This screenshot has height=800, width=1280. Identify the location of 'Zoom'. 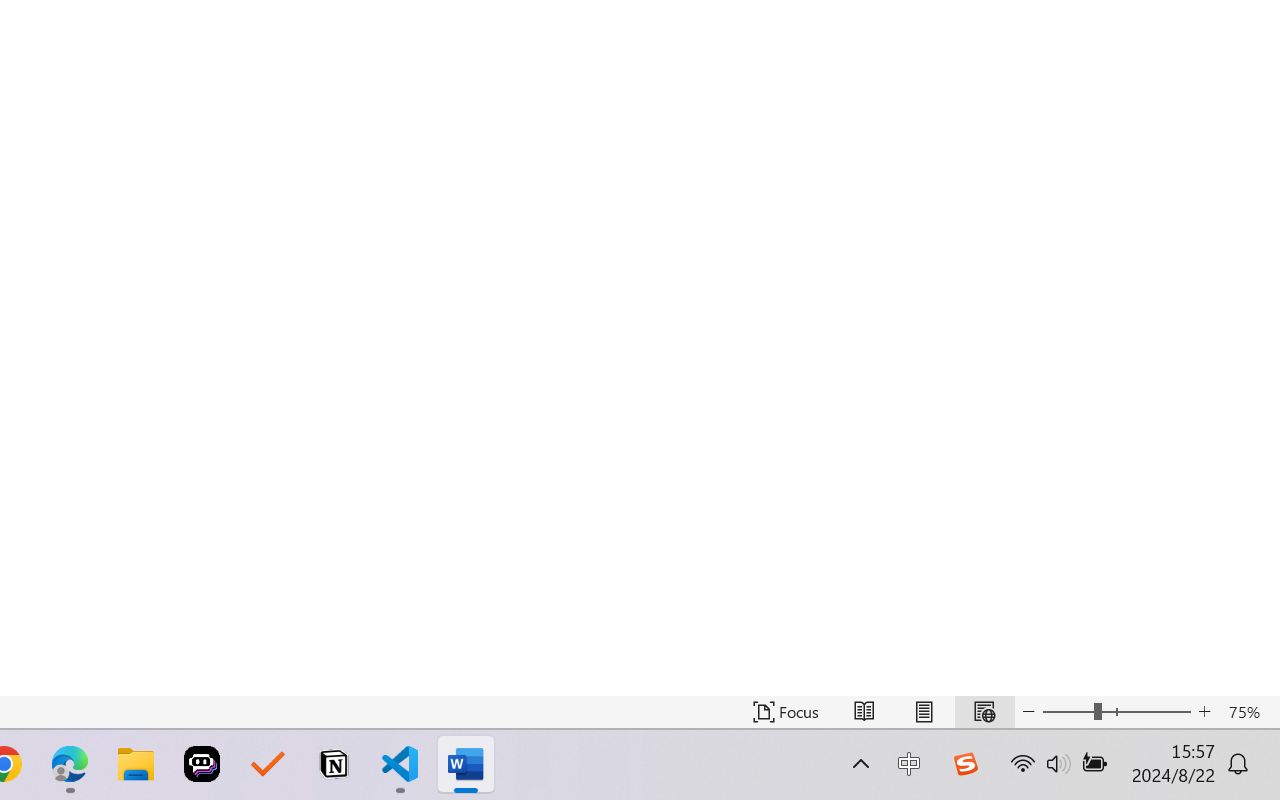
(1115, 711).